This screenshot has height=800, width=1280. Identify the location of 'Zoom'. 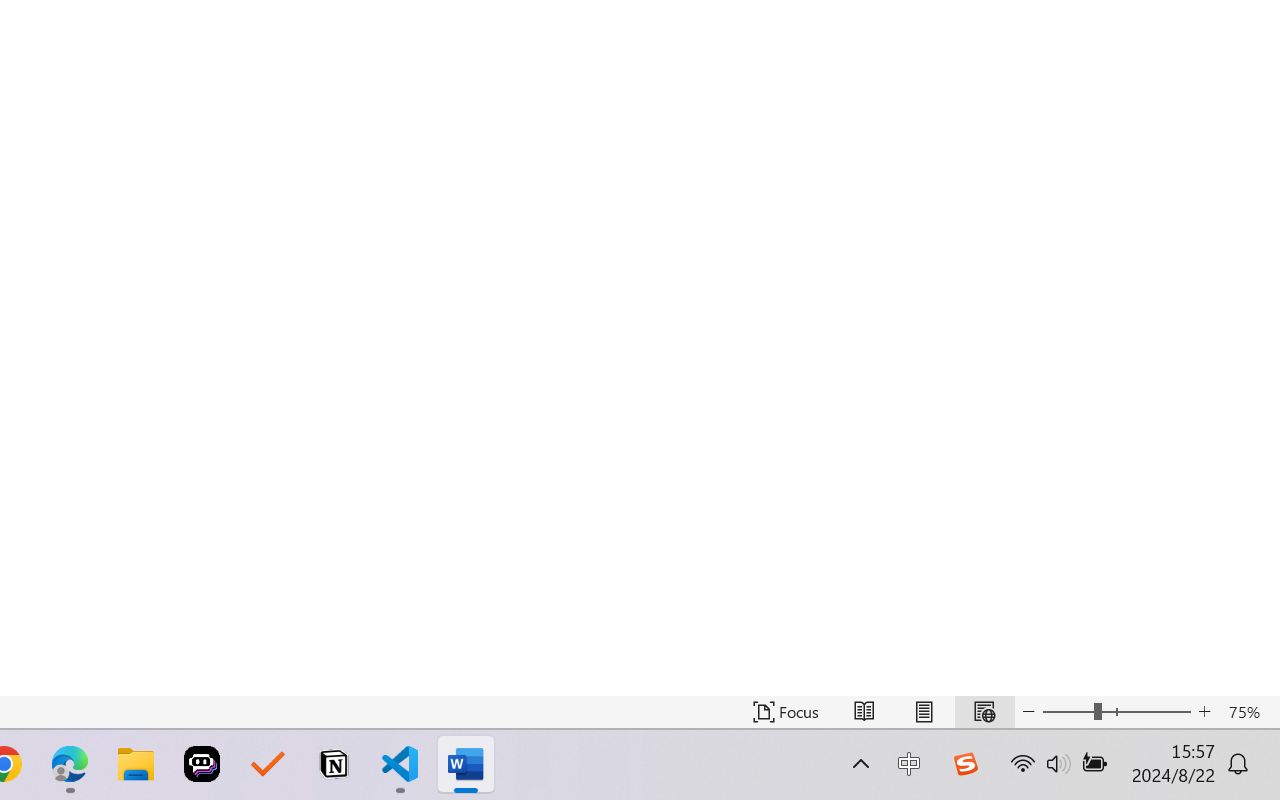
(1115, 711).